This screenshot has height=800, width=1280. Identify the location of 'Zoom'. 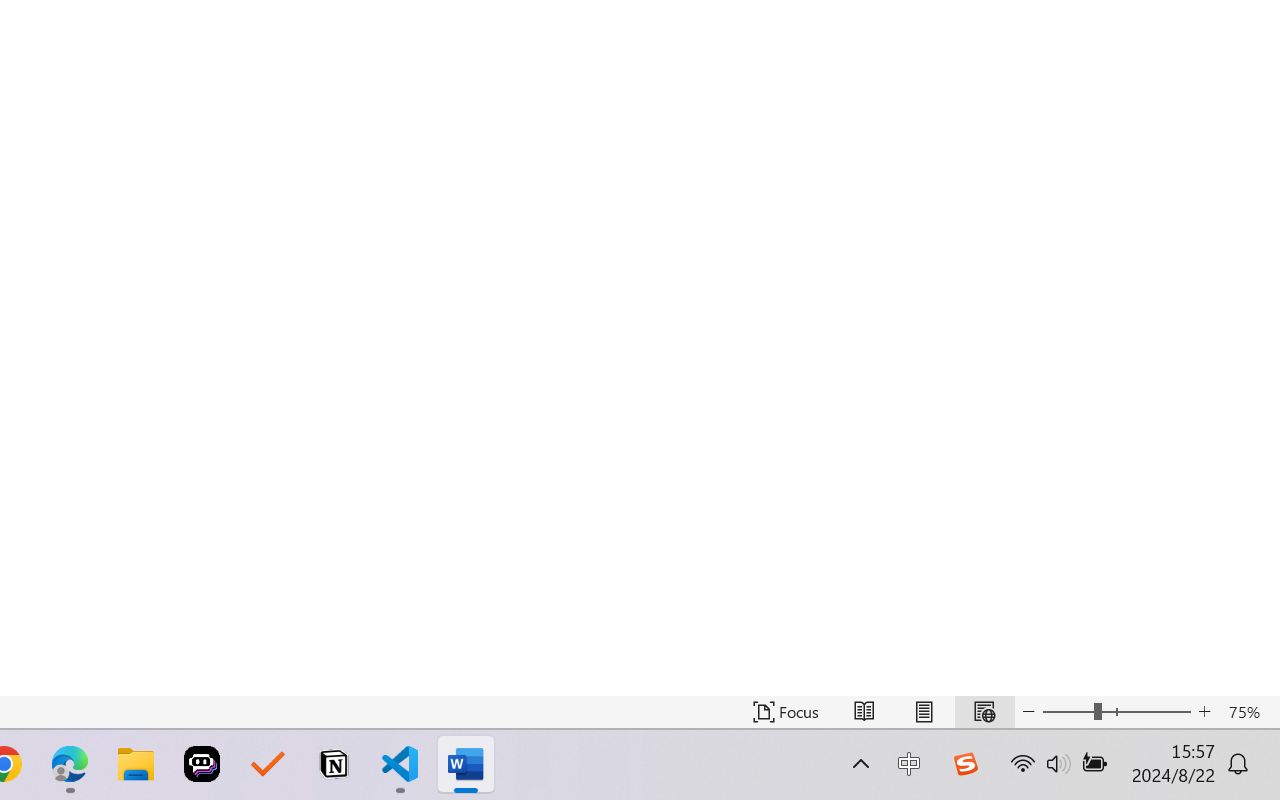
(1115, 711).